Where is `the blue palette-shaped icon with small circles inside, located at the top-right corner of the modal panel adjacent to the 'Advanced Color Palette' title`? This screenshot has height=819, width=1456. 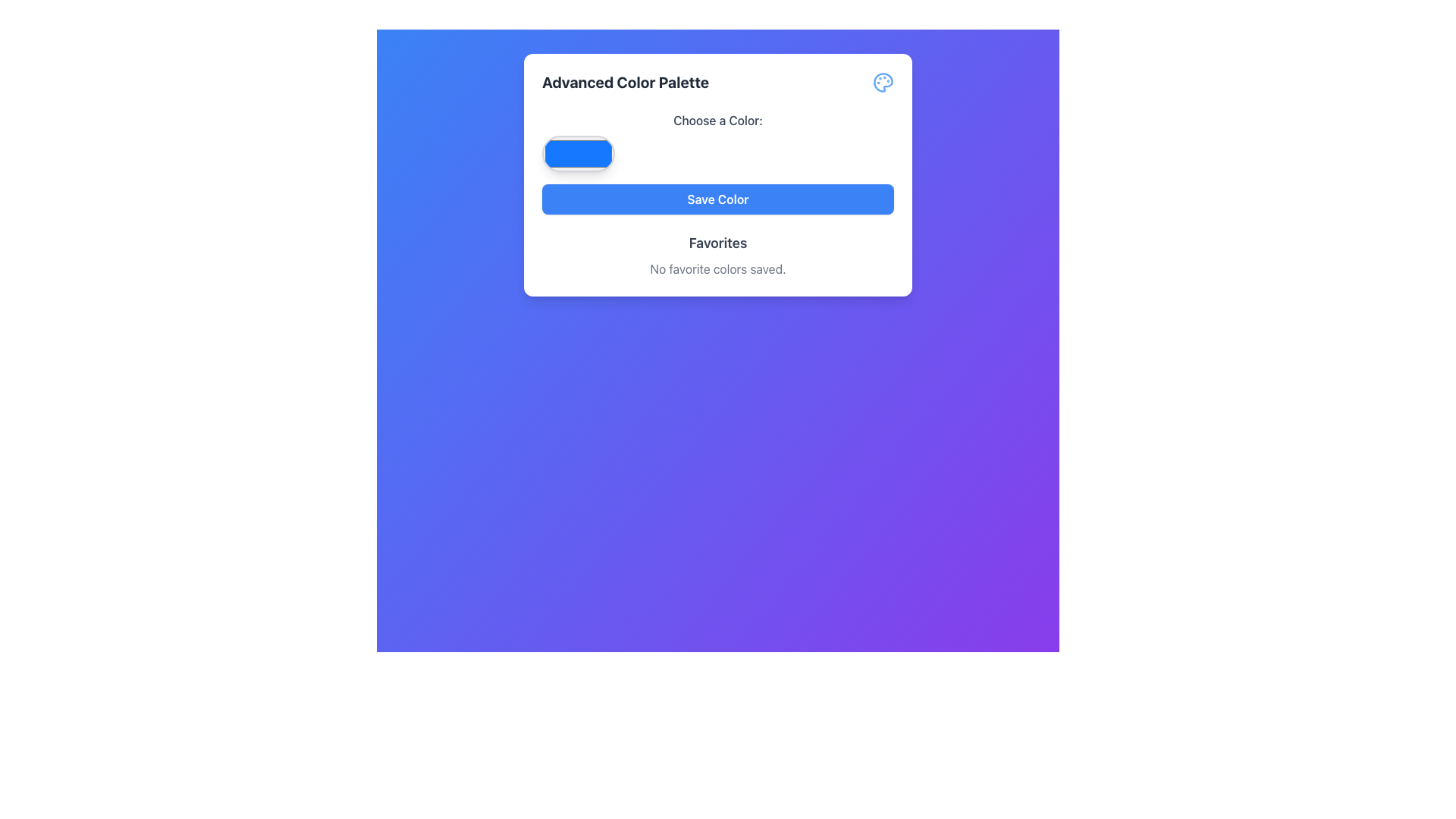
the blue palette-shaped icon with small circles inside, located at the top-right corner of the modal panel adjacent to the 'Advanced Color Palette' title is located at coordinates (883, 82).